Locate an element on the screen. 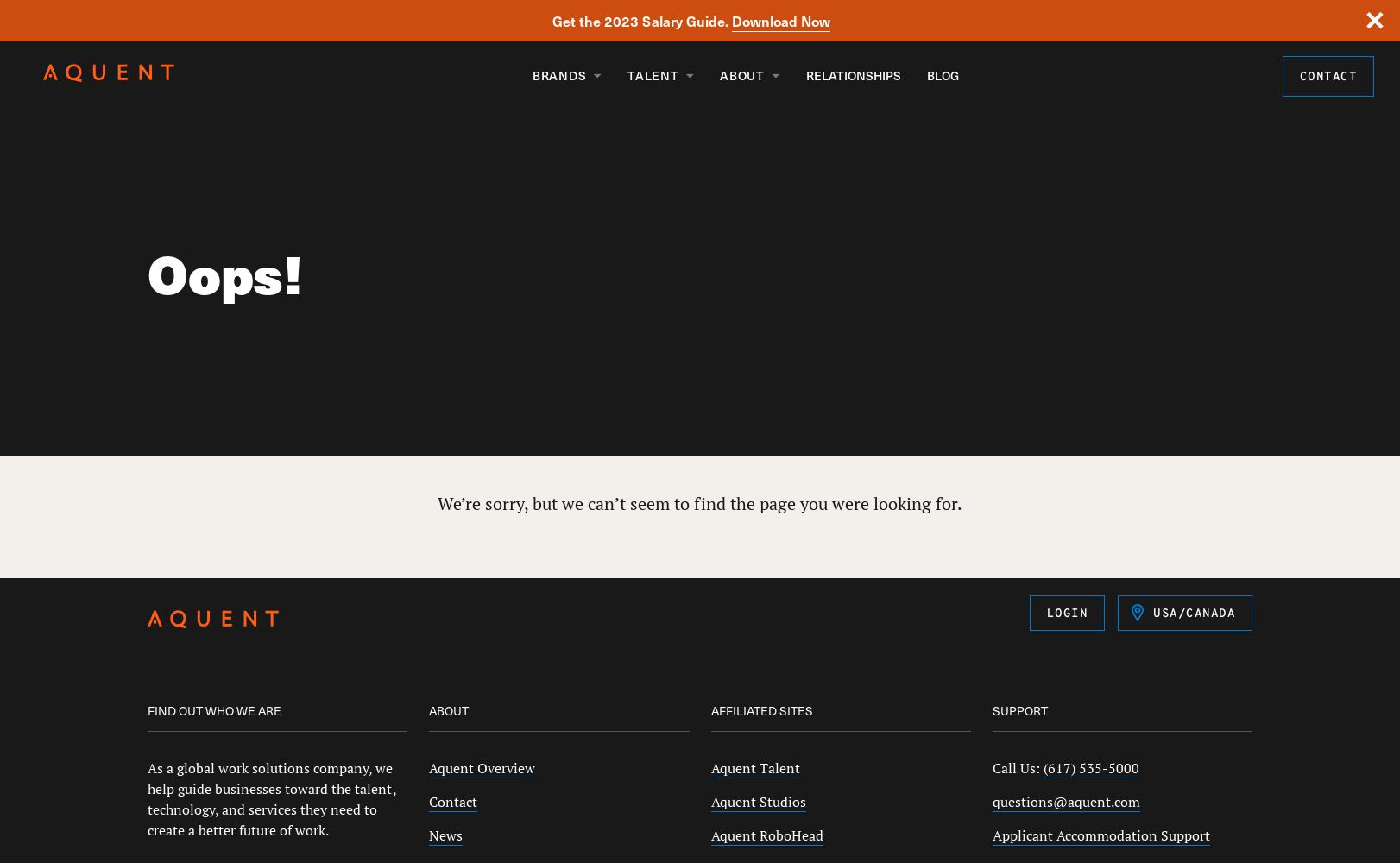 The image size is (1400, 863). '(617) 535-5000' is located at coordinates (1043, 768).